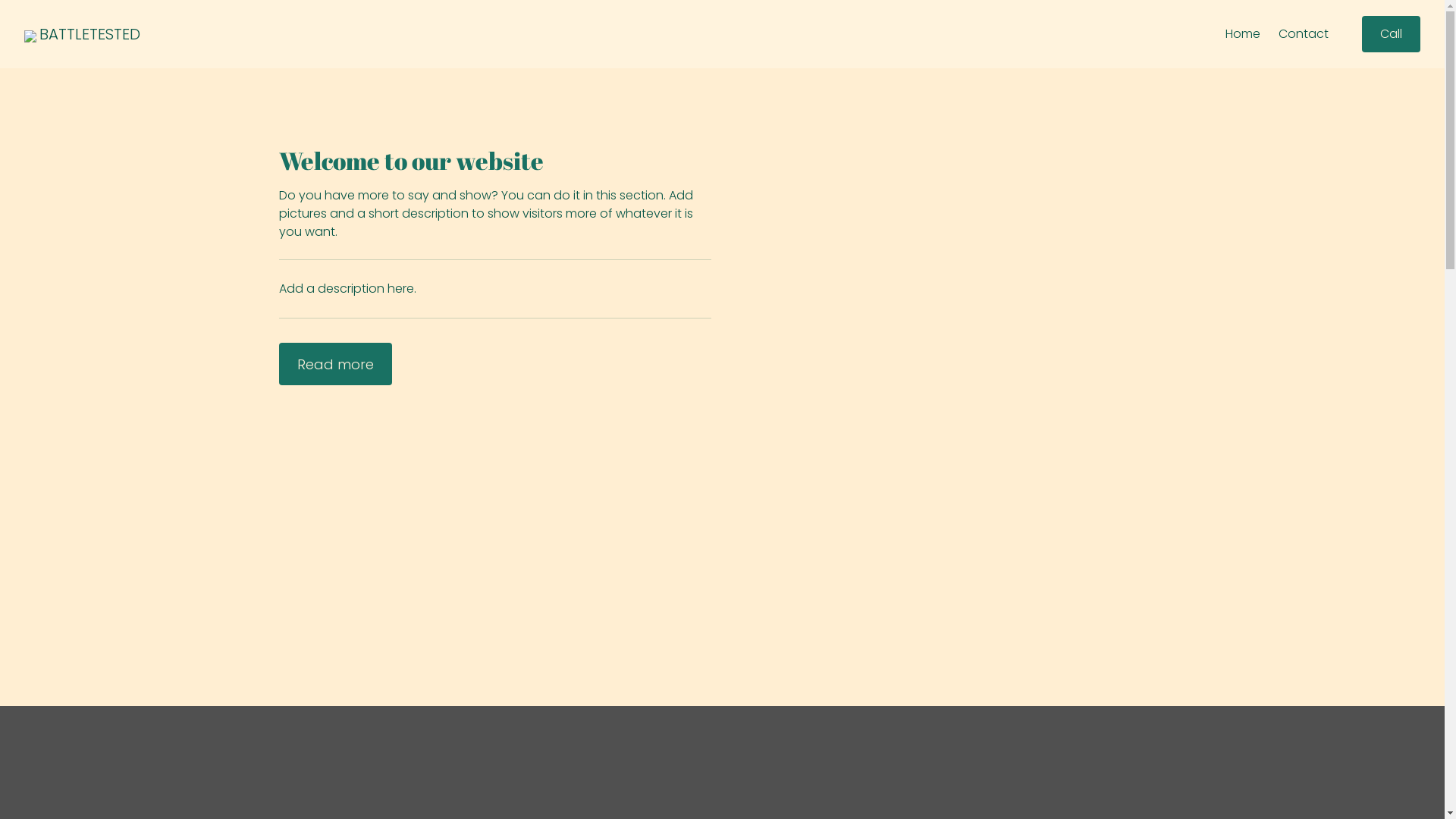 The width and height of the screenshot is (1456, 819). Describe the element at coordinates (279, 363) in the screenshot. I see `'Read more'` at that location.